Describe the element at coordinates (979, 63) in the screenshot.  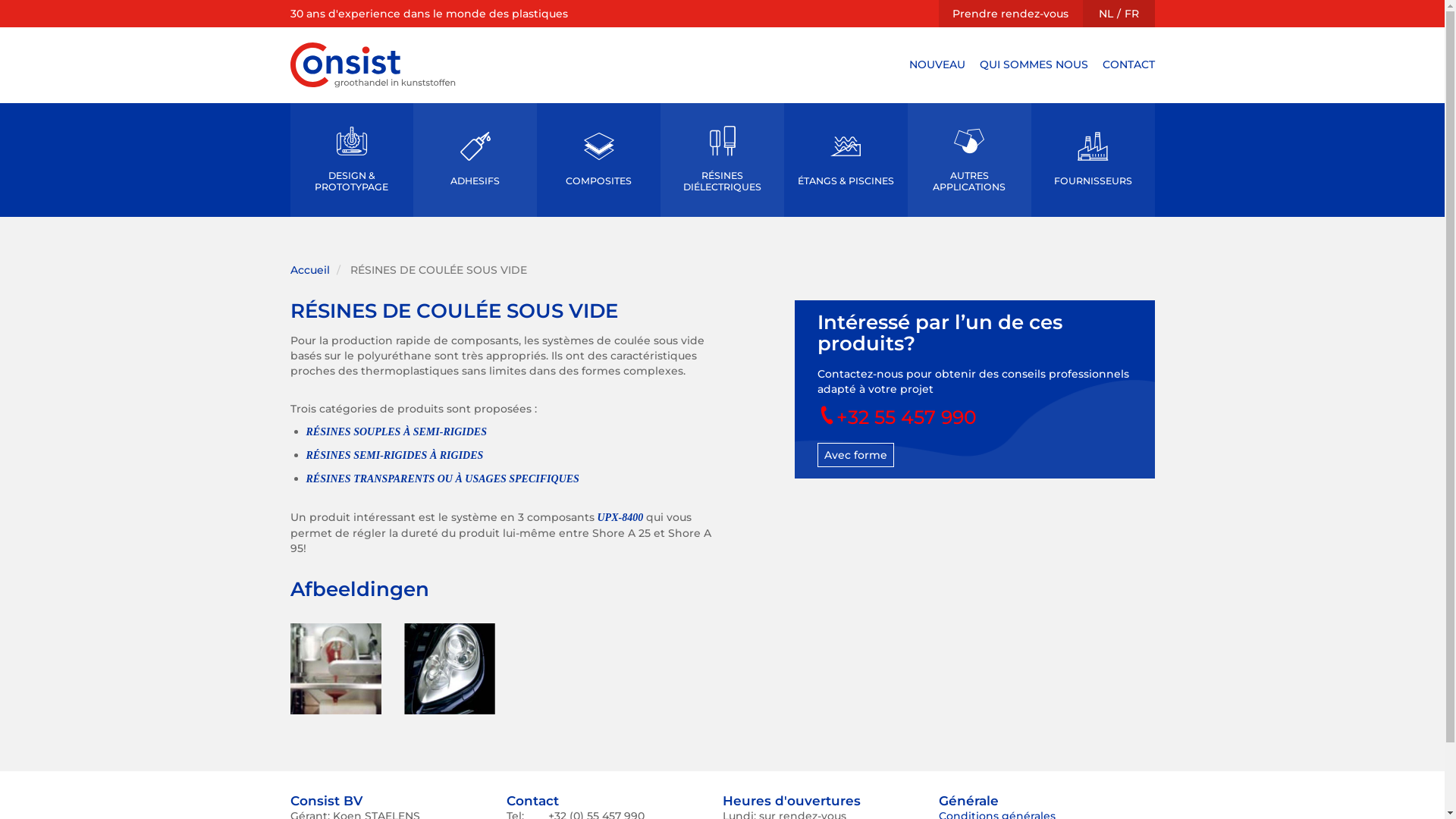
I see `'QUI SOMMES NOUS'` at that location.